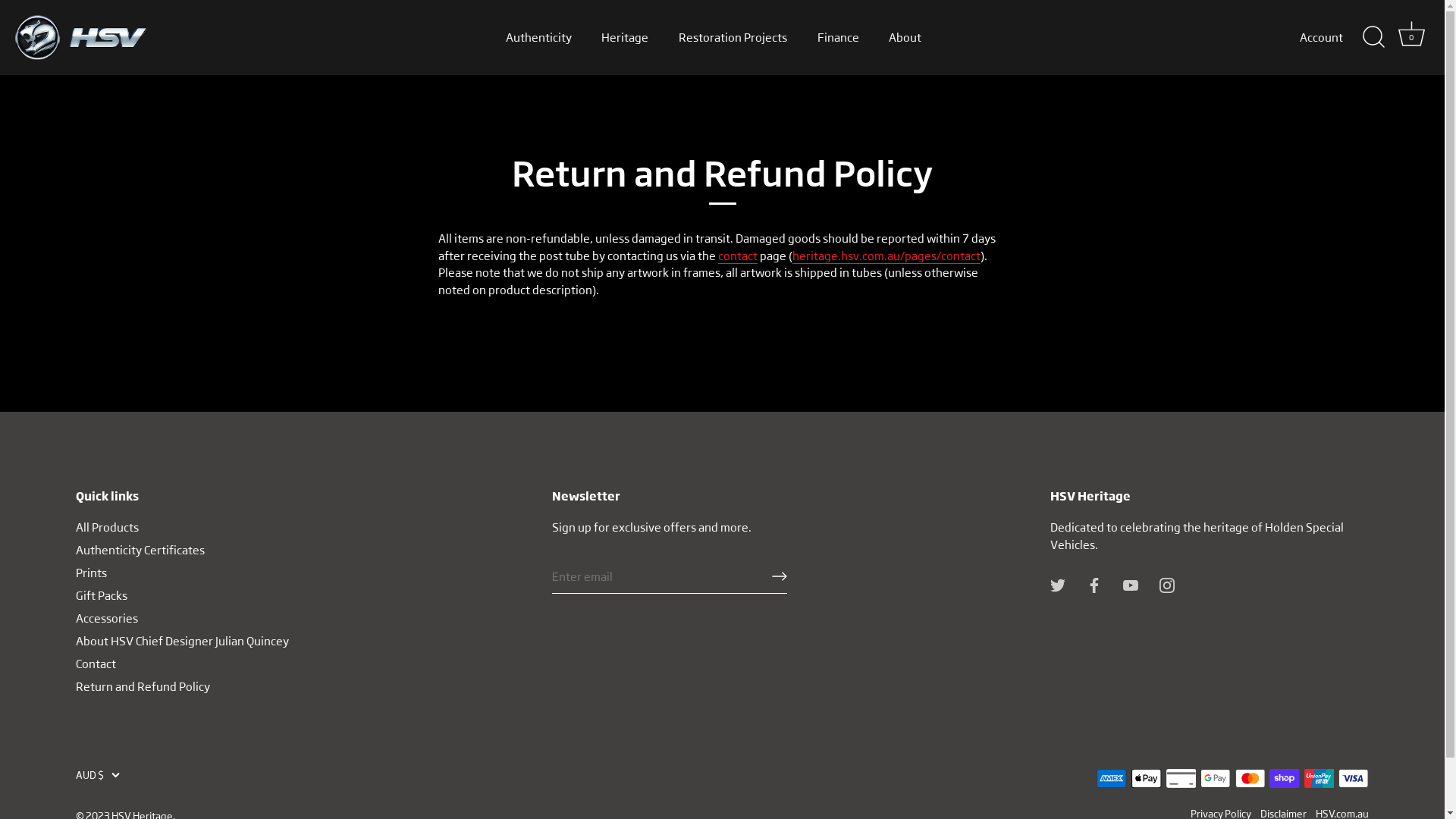  Describe the element at coordinates (1057, 582) in the screenshot. I see `'Twitter'` at that location.